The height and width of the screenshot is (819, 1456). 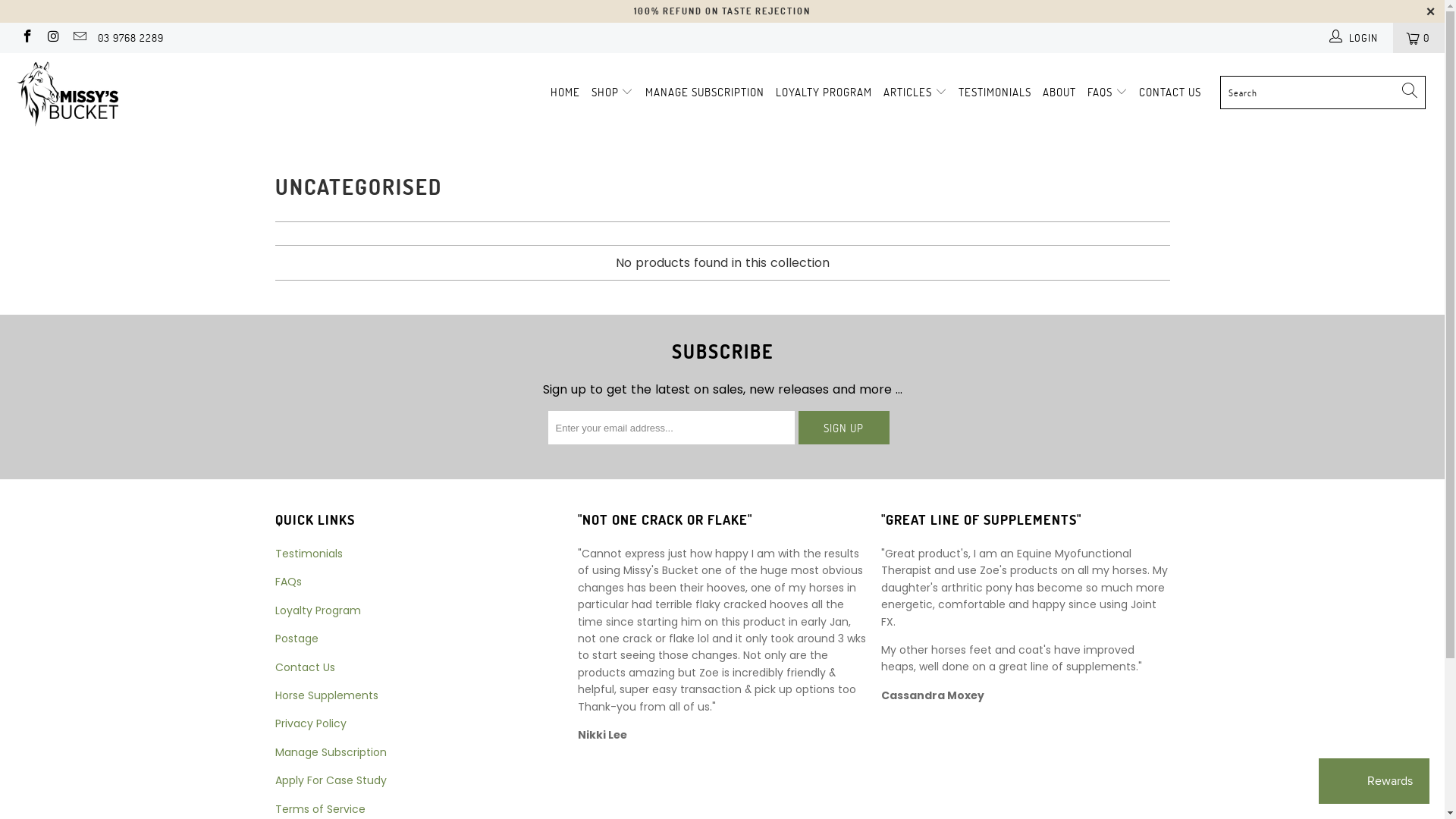 I want to click on 'ABOUT', so click(x=1041, y=93).